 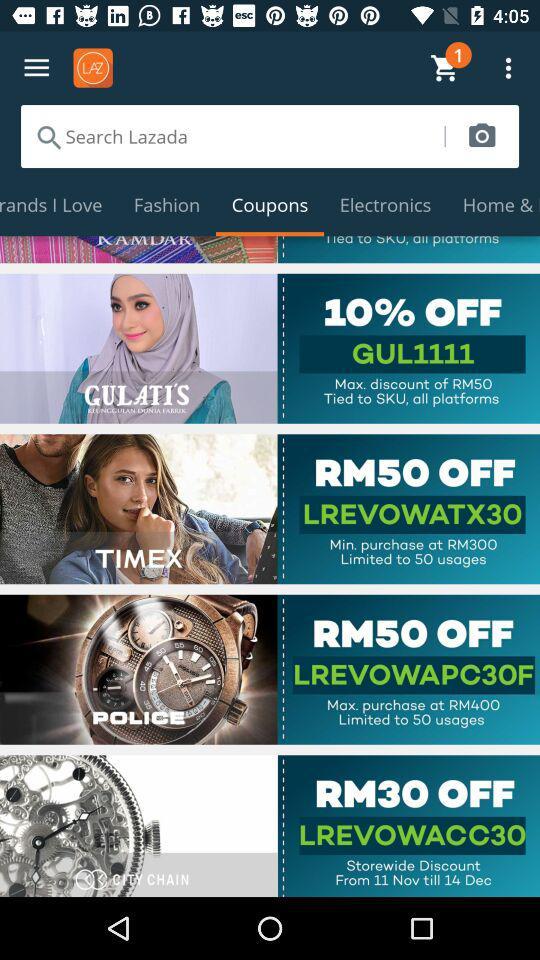 I want to click on open more options, so click(x=36, y=68).